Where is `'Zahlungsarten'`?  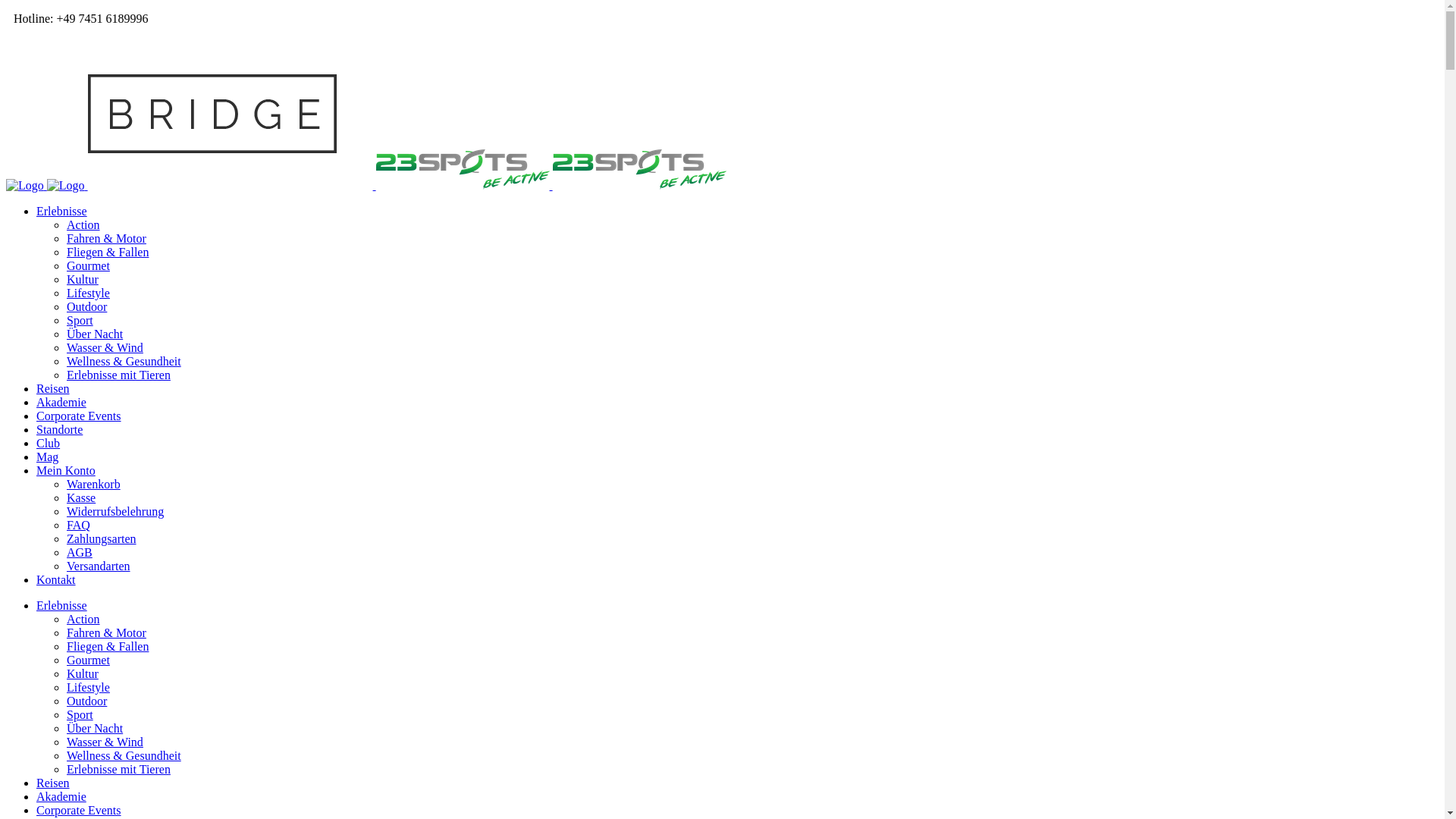 'Zahlungsarten' is located at coordinates (101, 538).